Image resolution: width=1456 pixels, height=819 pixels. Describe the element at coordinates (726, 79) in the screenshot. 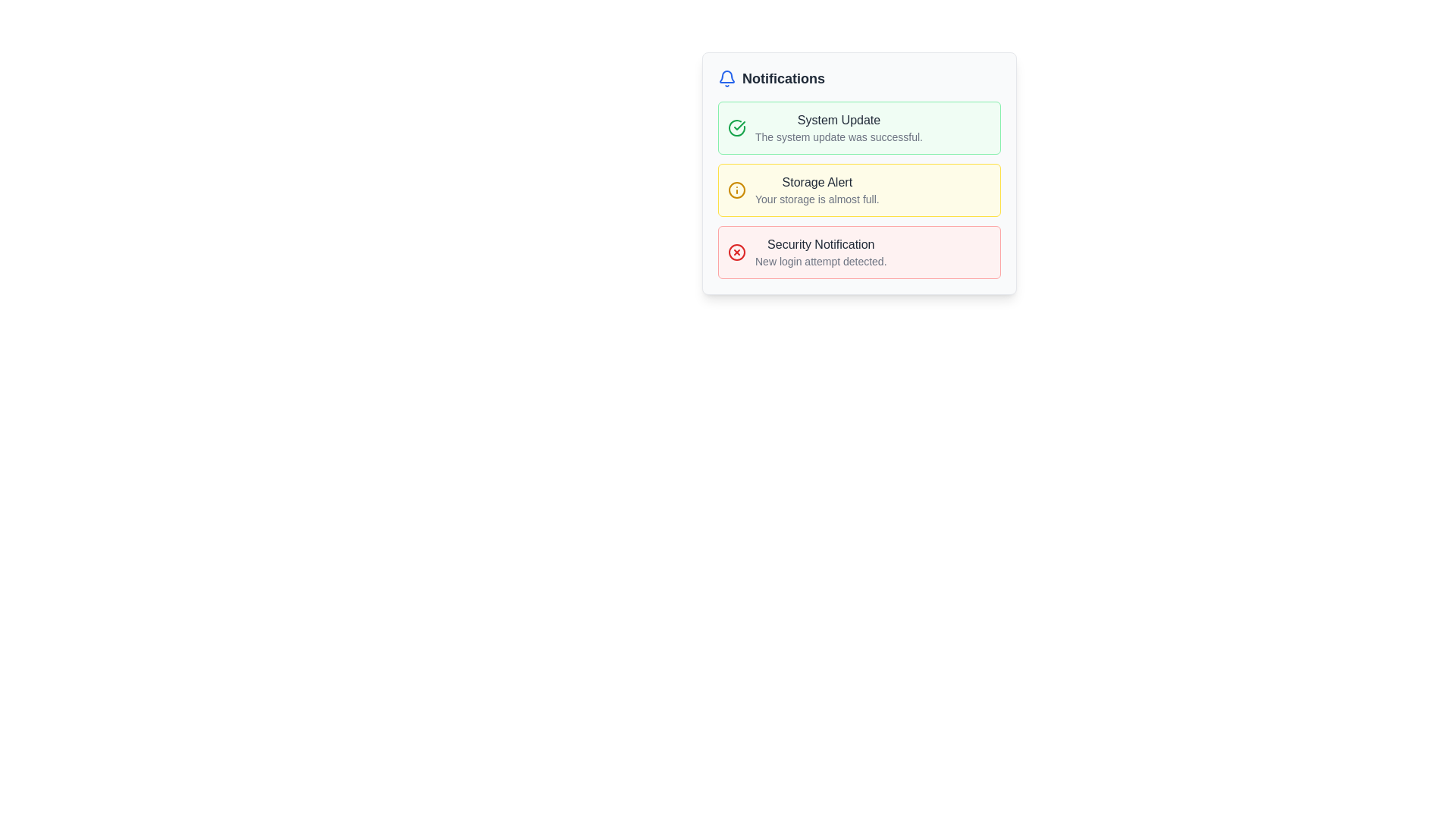

I see `the blue bell icon that is positioned to the left of the 'Notifications' text in the notification panel` at that location.